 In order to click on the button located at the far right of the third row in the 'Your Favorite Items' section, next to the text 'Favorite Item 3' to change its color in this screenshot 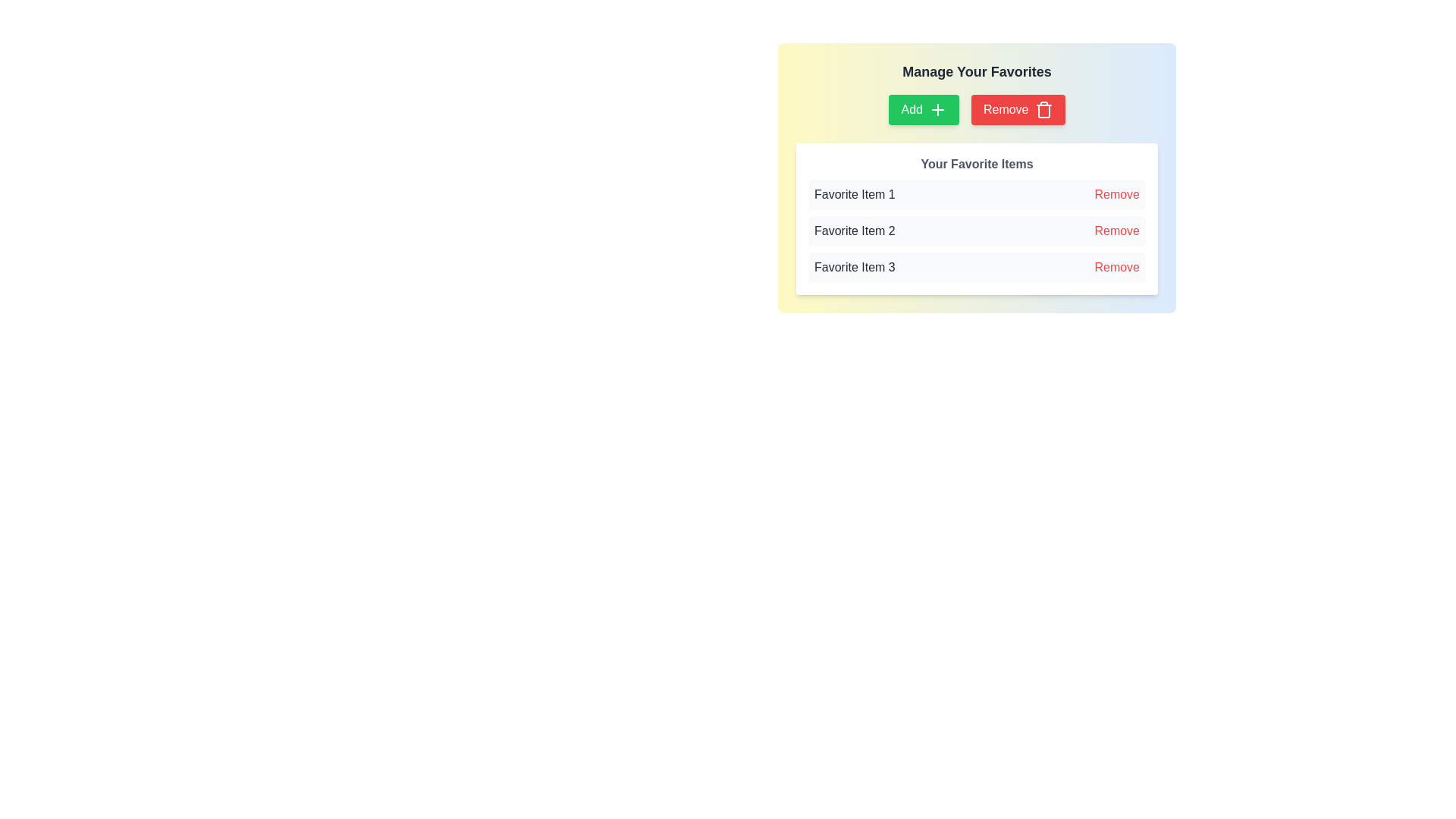, I will do `click(1117, 267)`.